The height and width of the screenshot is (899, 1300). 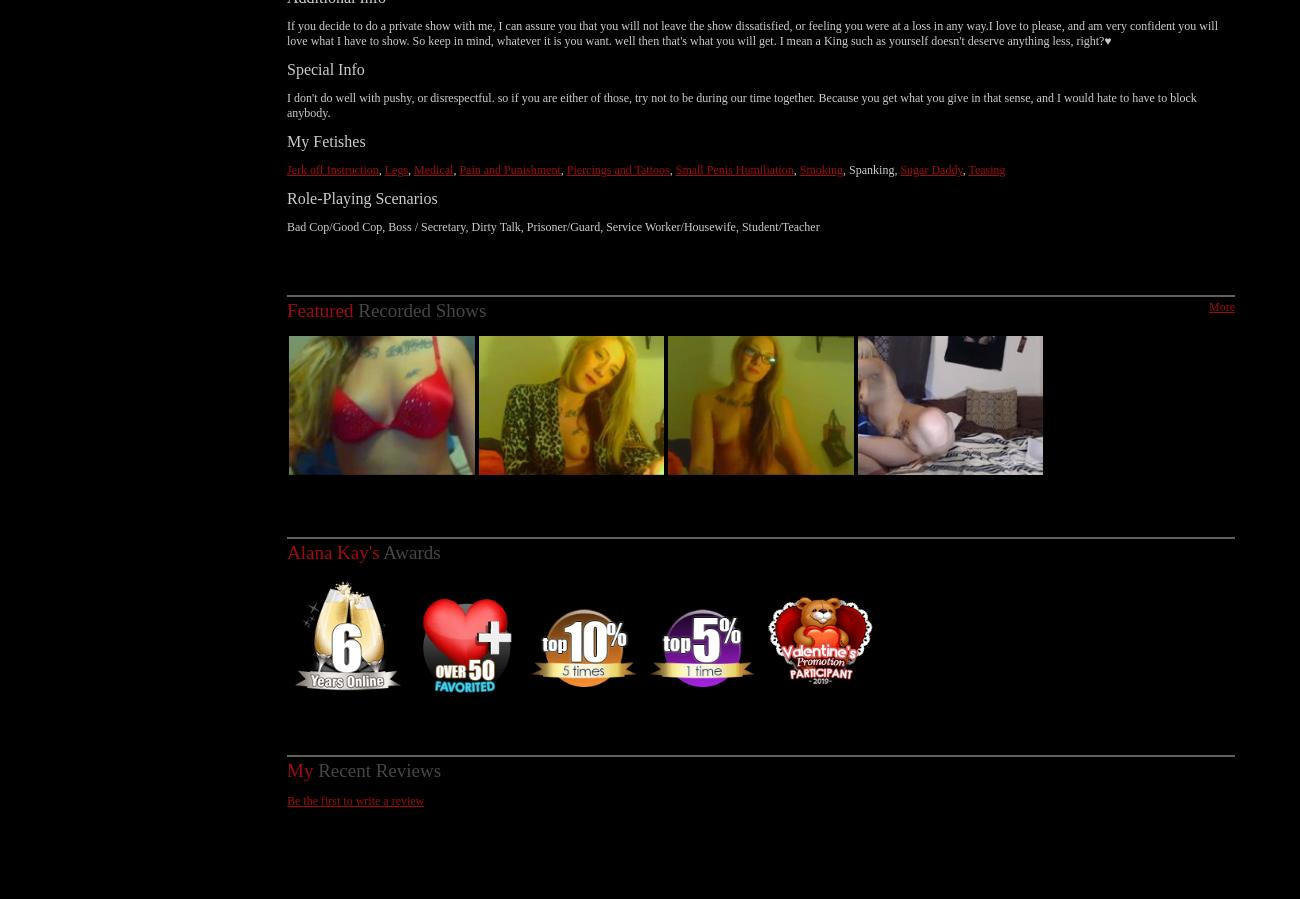 I want to click on 'Pain and Punishment', so click(x=509, y=146).